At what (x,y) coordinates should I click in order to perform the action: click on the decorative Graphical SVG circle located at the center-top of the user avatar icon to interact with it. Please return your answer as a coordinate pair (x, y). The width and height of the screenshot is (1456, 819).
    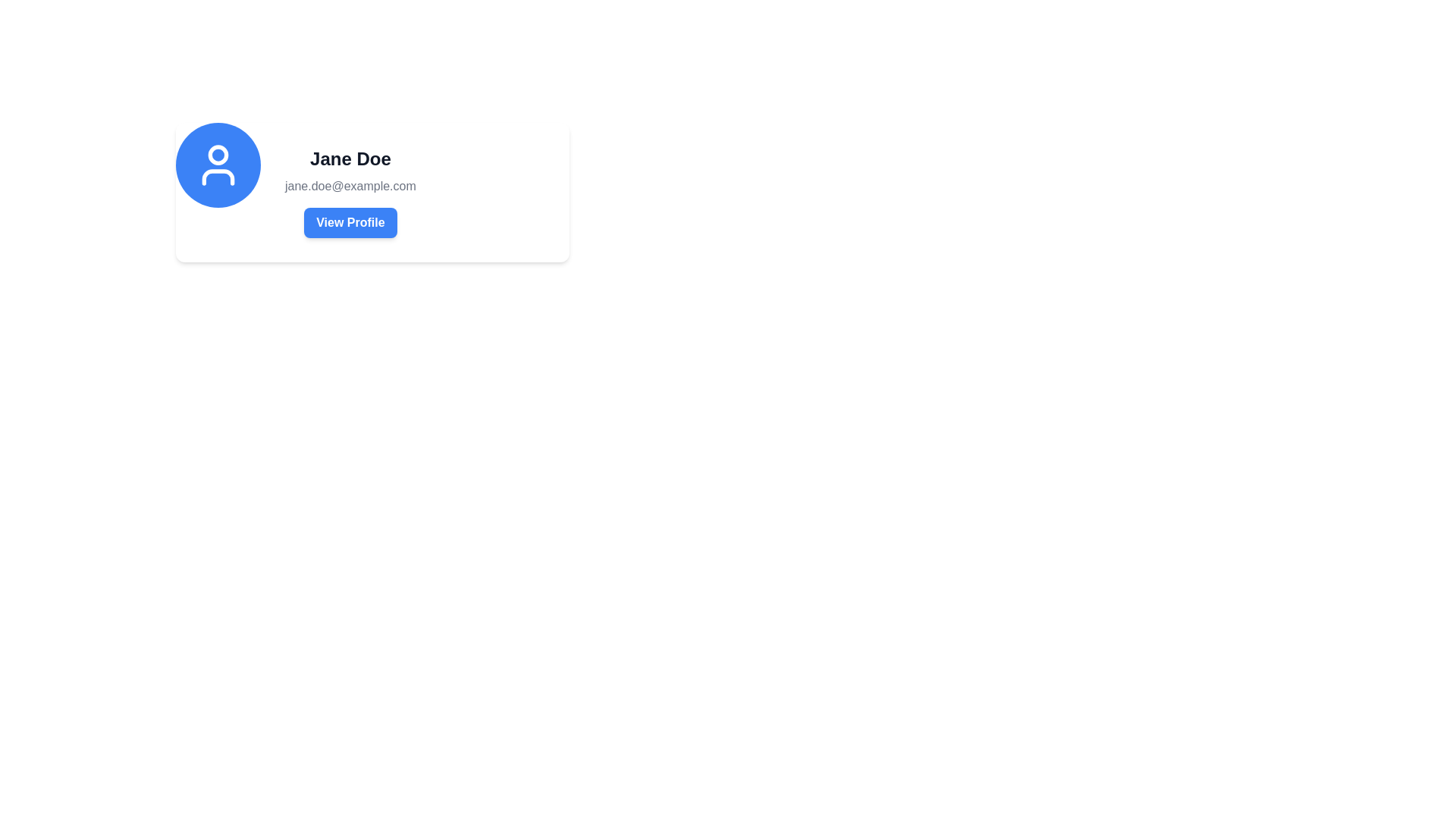
    Looking at the image, I should click on (218, 155).